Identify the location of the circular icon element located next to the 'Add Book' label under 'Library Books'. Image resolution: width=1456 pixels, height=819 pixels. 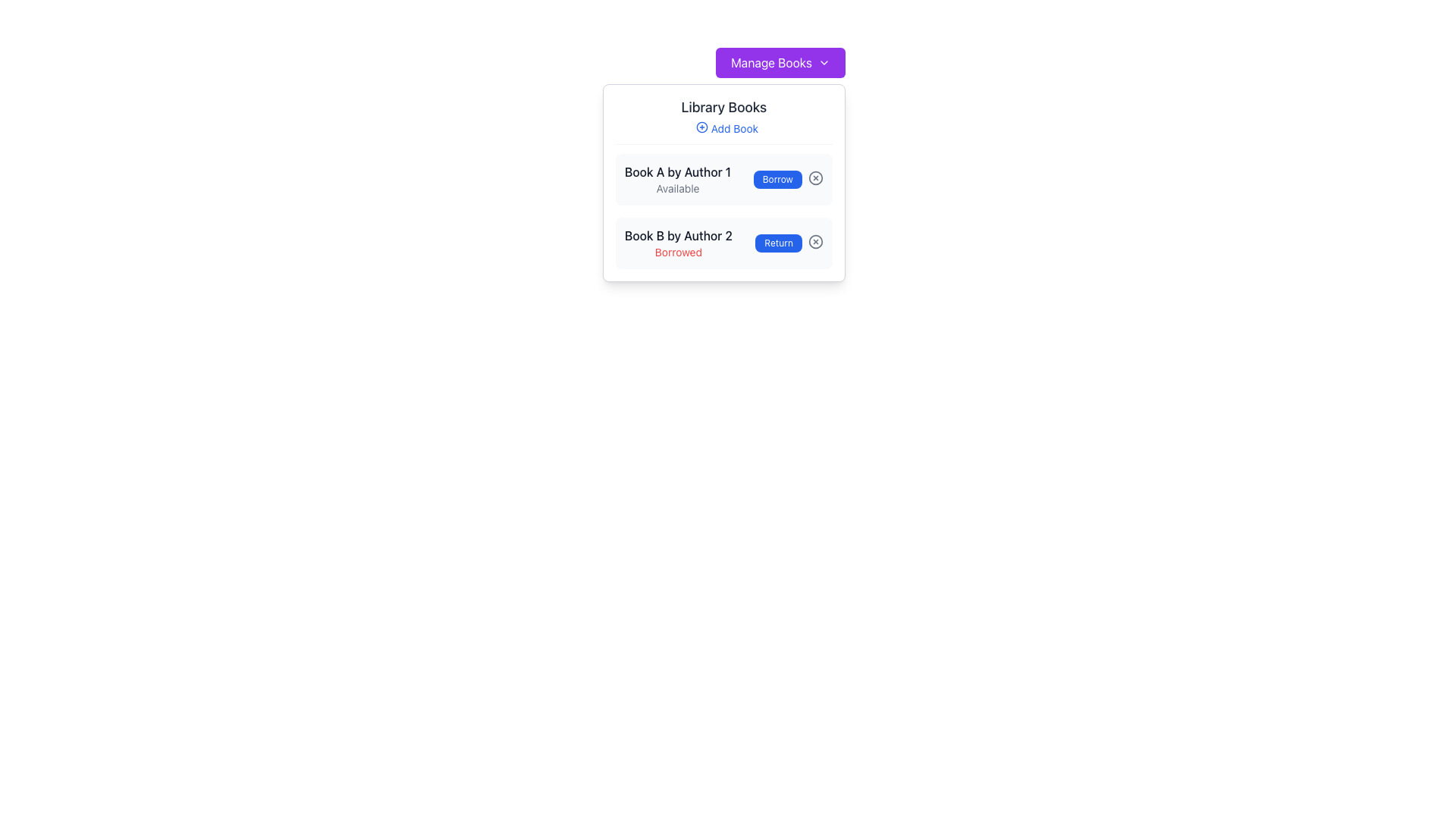
(701, 127).